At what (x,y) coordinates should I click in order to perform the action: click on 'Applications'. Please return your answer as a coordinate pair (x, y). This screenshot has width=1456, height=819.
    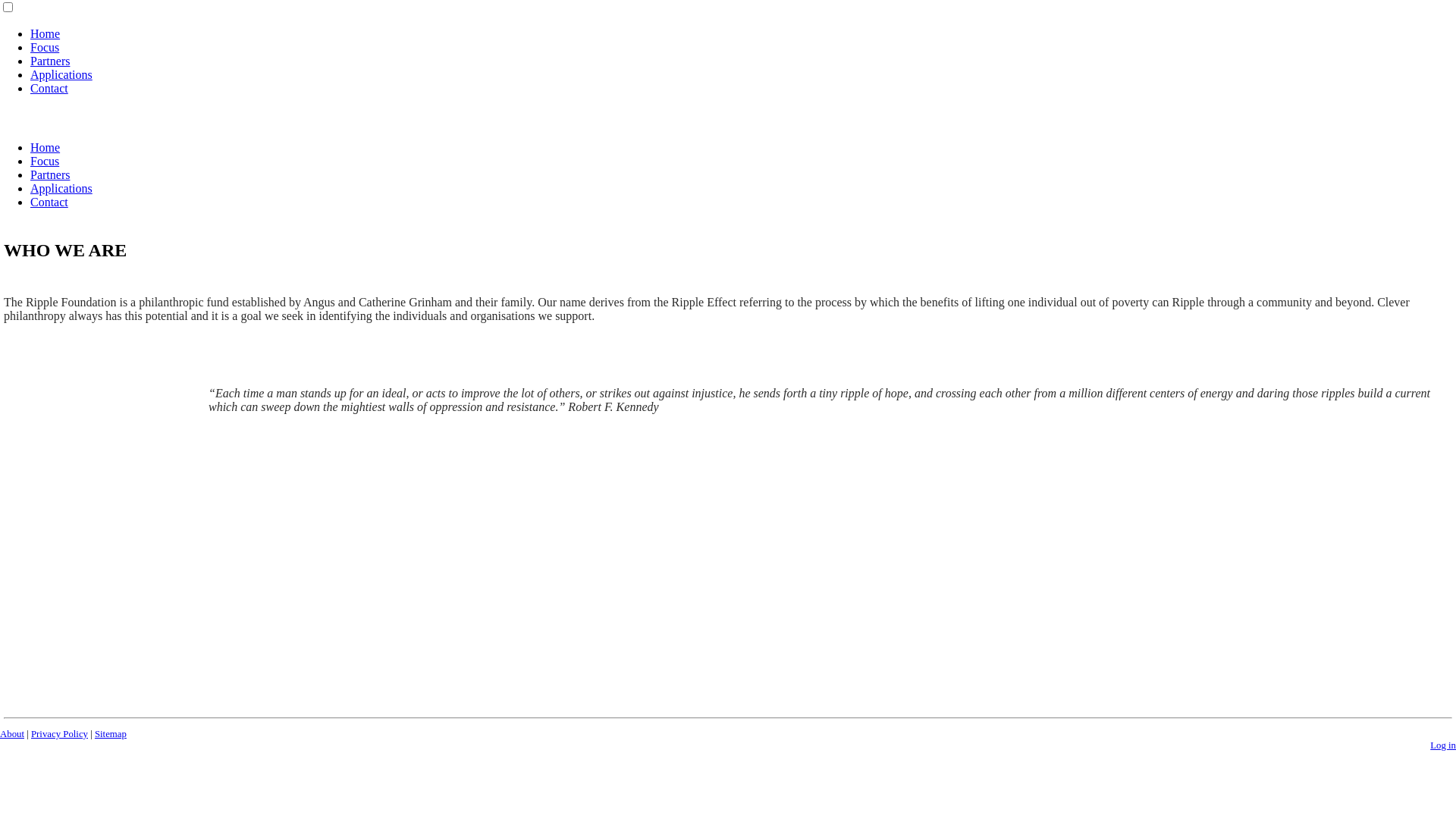
    Looking at the image, I should click on (61, 74).